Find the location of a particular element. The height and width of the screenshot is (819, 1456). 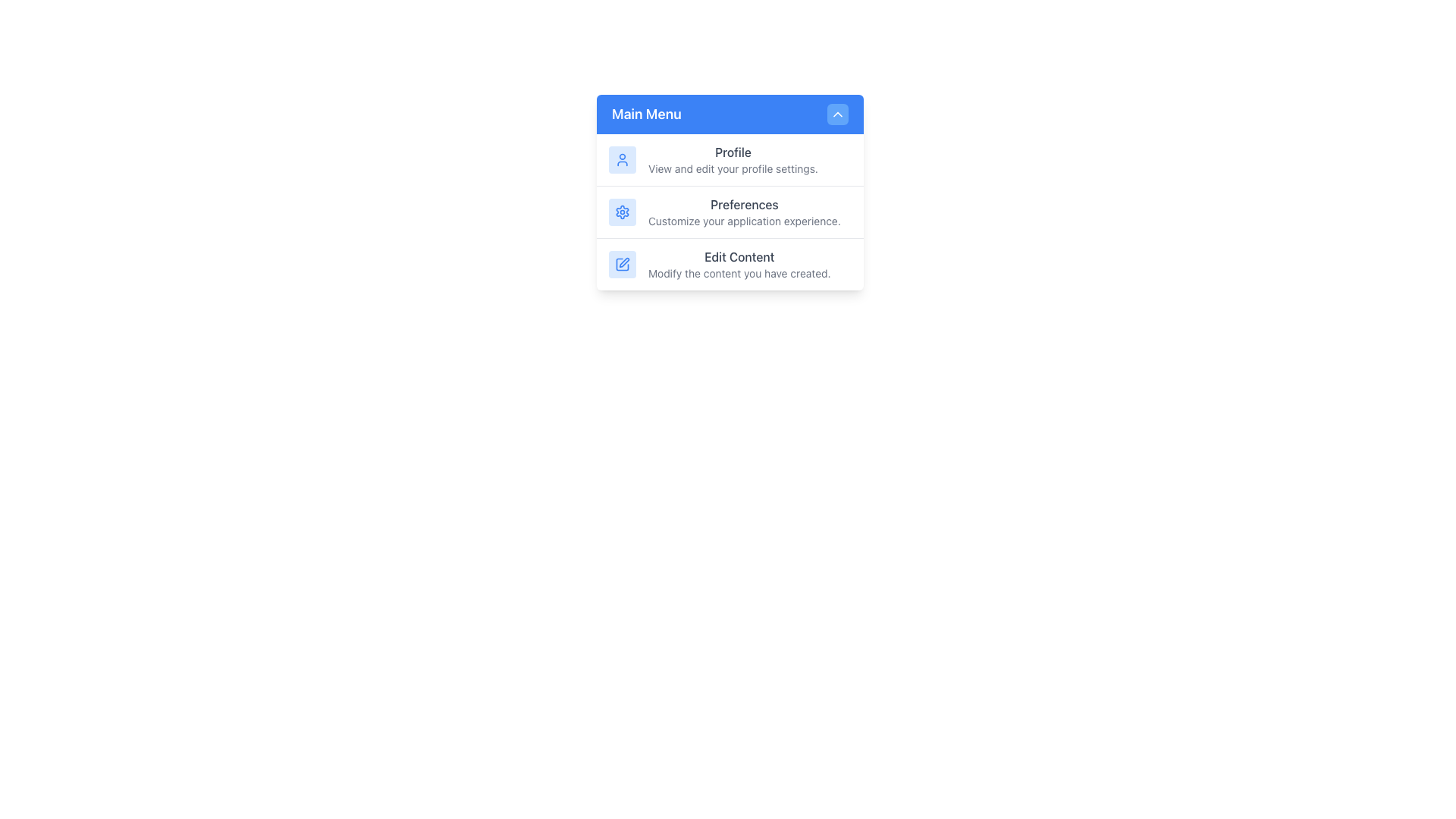

the icon with a blue background and a pen-like symbol located at the far left of the 'Edit Content' option in the vertical menu is located at coordinates (622, 263).